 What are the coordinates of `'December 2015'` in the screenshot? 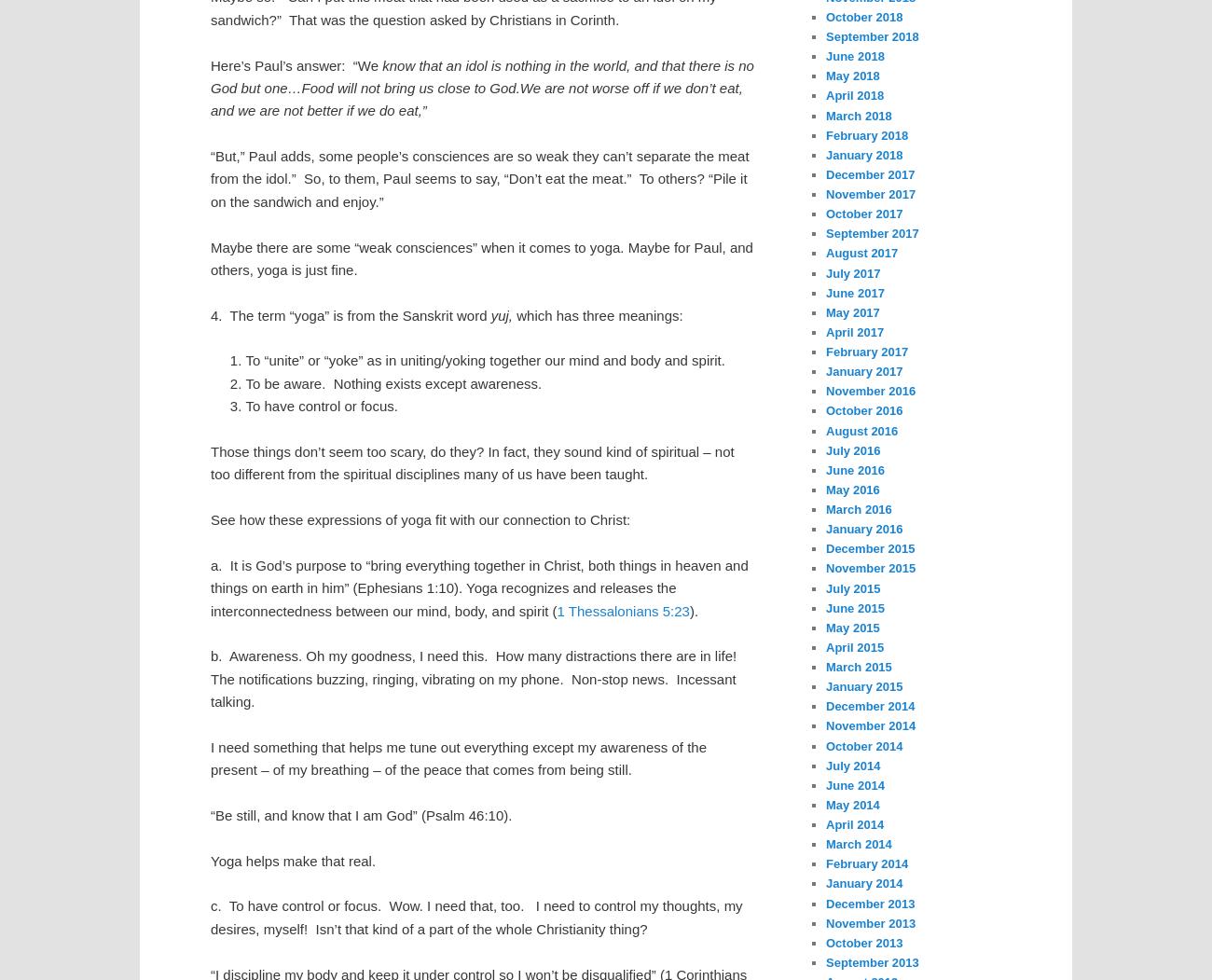 It's located at (870, 548).